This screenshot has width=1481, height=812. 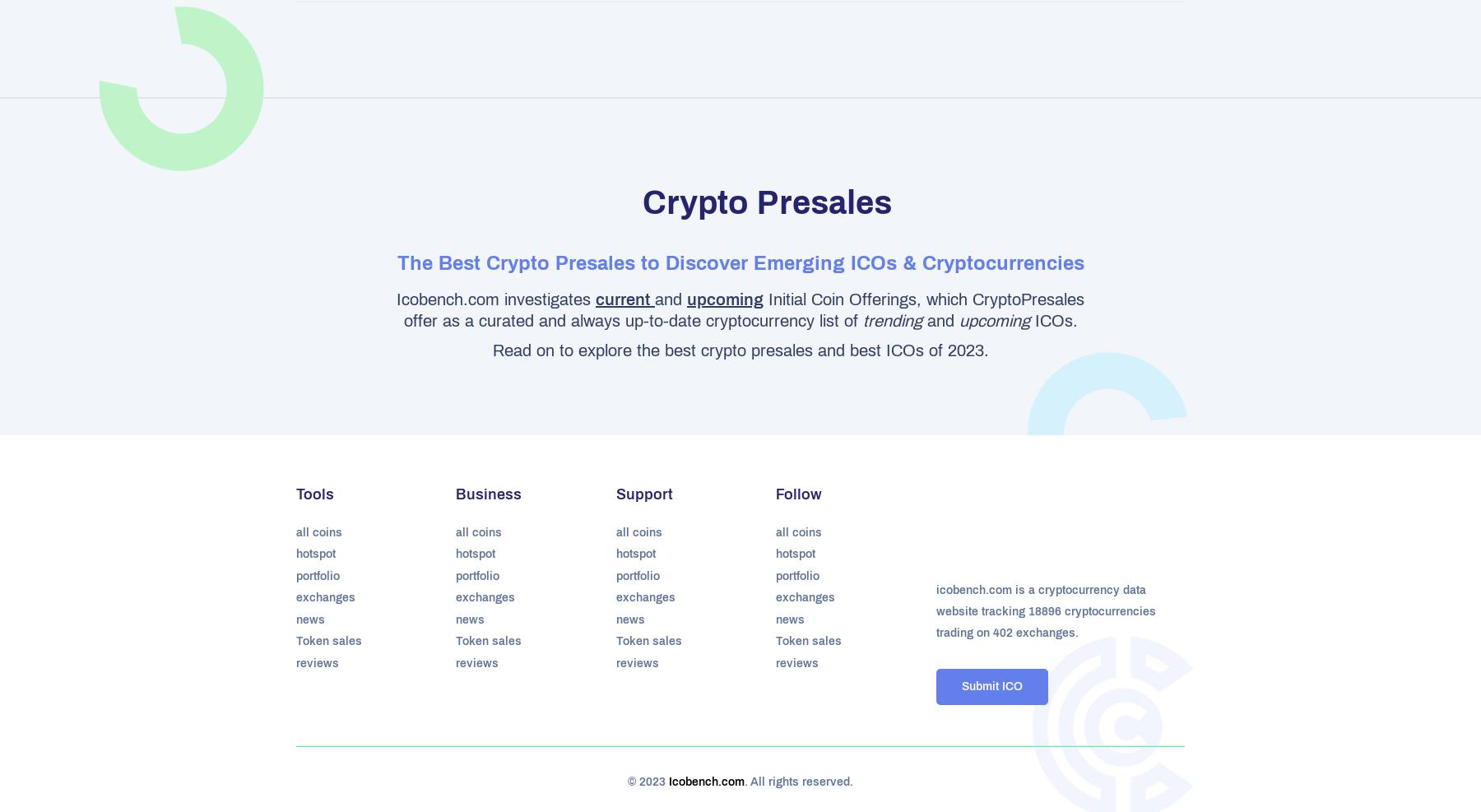 I want to click on 'Initial Coin Offerings, which CryptoPresales offer as a curated and always up-to-date cryptocurrency list of', so click(x=742, y=310).